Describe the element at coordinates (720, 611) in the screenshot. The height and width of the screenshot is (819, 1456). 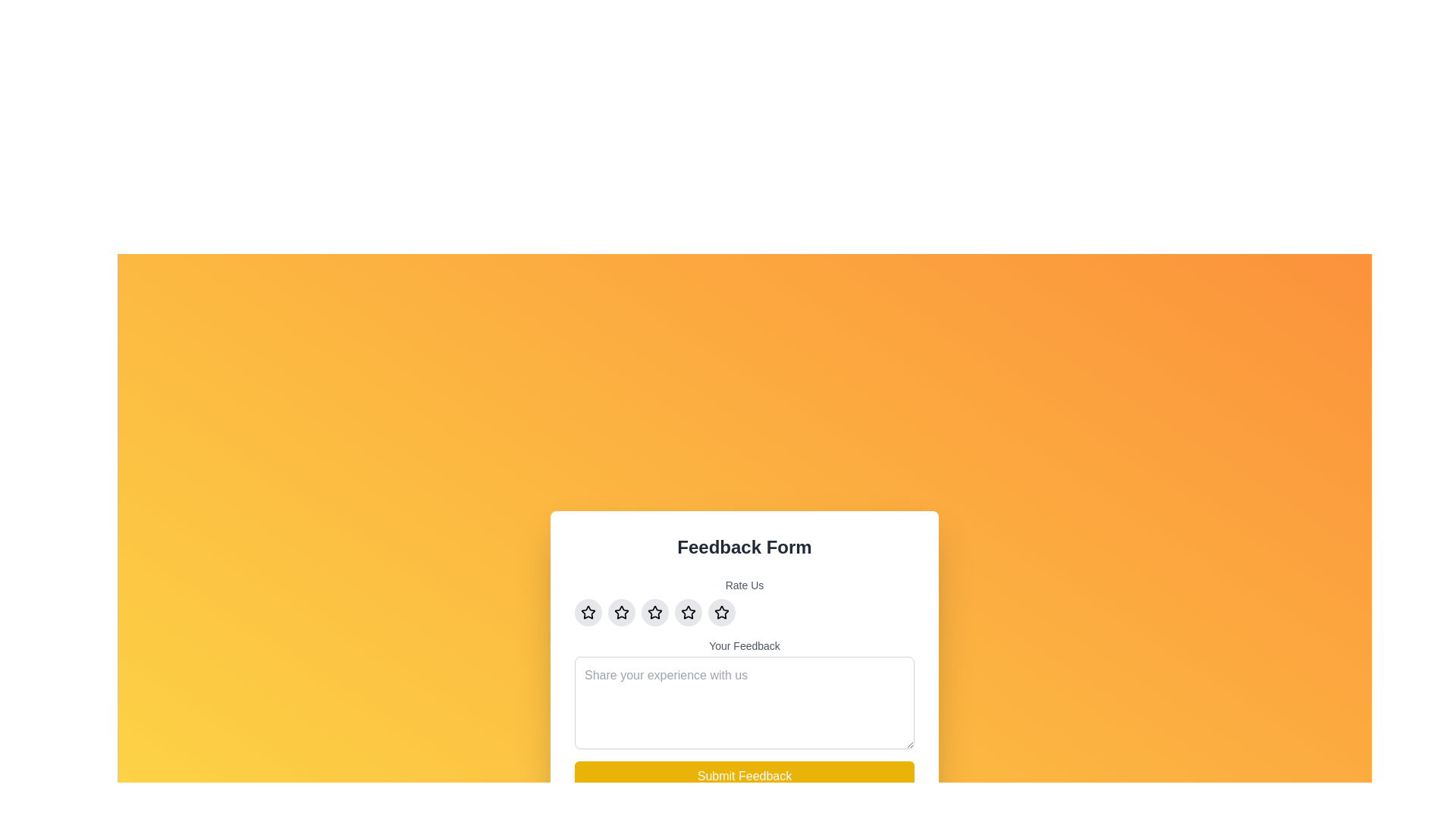
I see `the fifth button in a sequence of five rating buttons` at that location.